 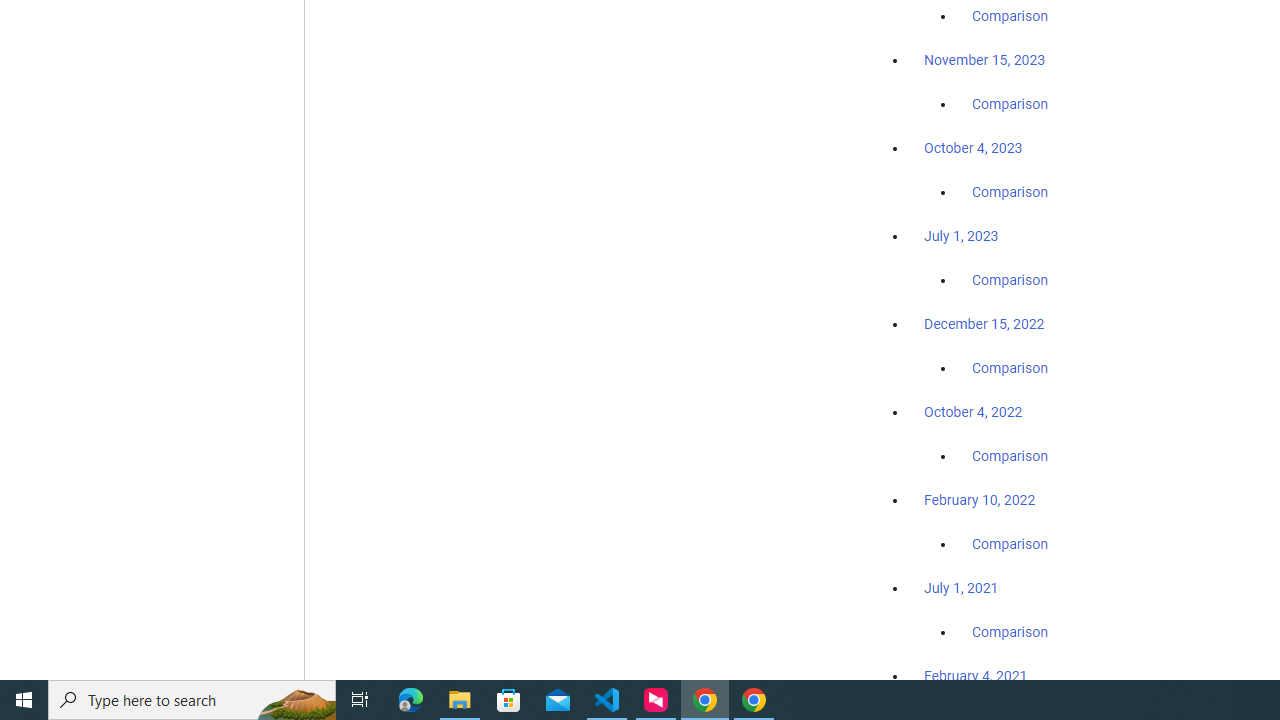 I want to click on 'December 15, 2022', so click(x=984, y=323).